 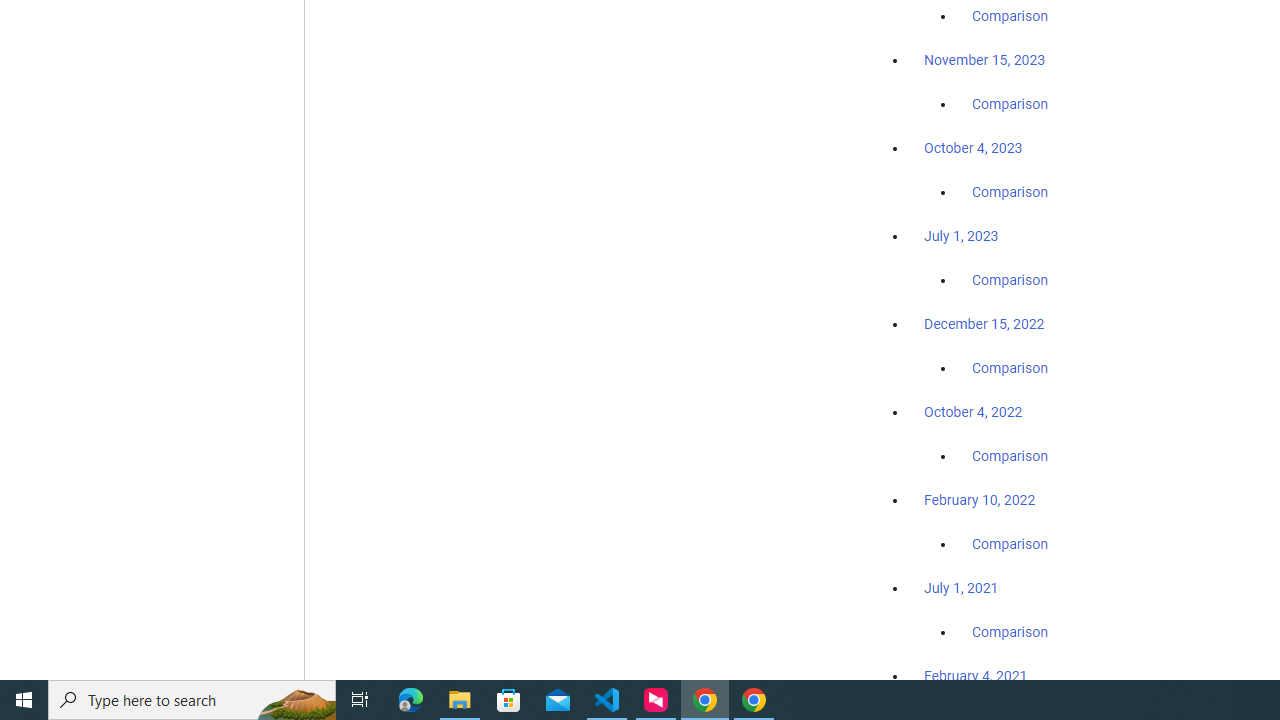 I want to click on 'December 15, 2022', so click(x=984, y=323).